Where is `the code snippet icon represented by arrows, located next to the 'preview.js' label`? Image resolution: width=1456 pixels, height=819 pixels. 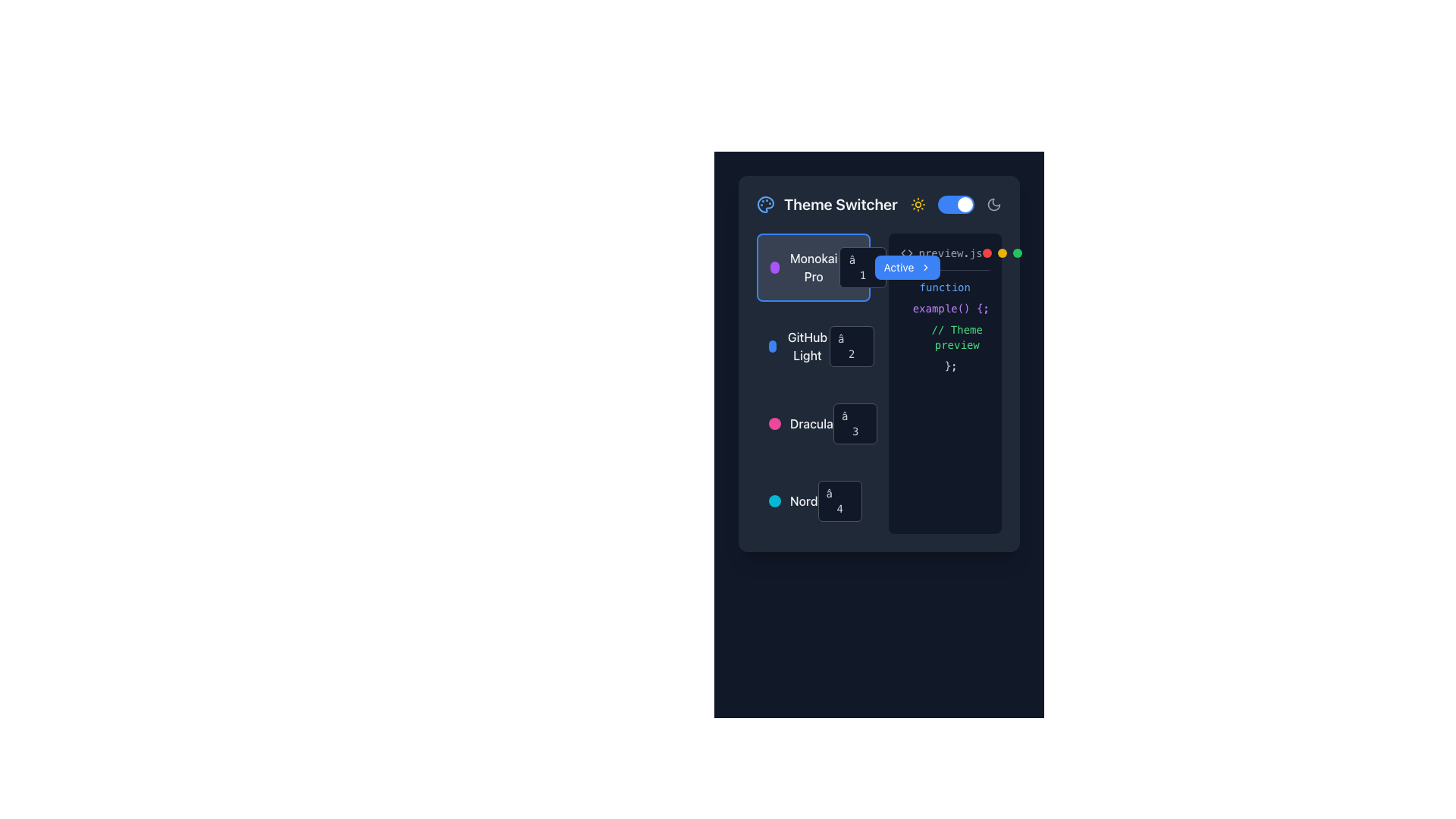 the code snippet icon represented by arrows, located next to the 'preview.js' label is located at coordinates (906, 253).